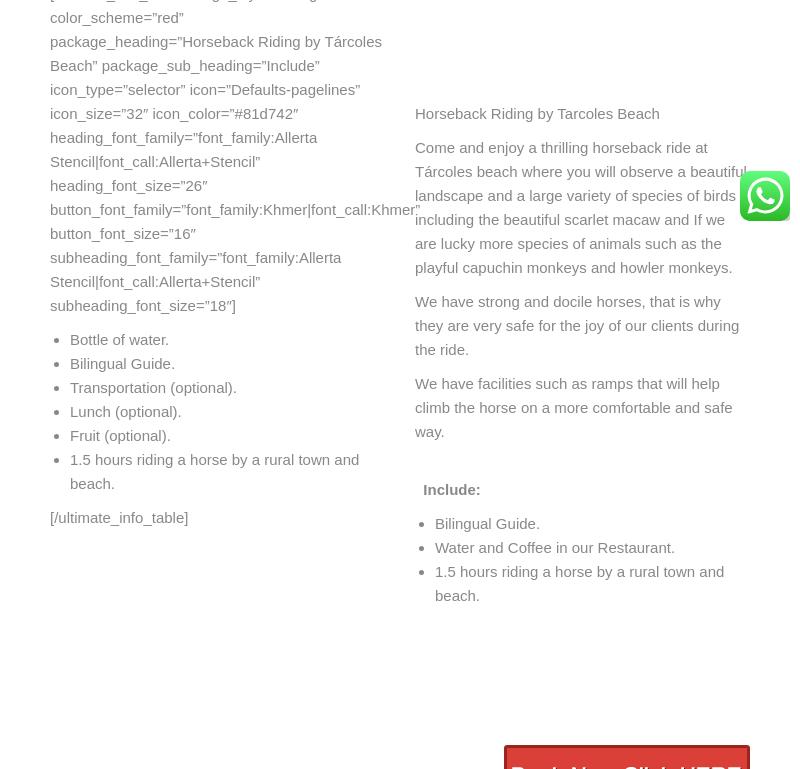 Image resolution: width=800 pixels, height=769 pixels. I want to click on 'Bottle of water.', so click(70, 338).